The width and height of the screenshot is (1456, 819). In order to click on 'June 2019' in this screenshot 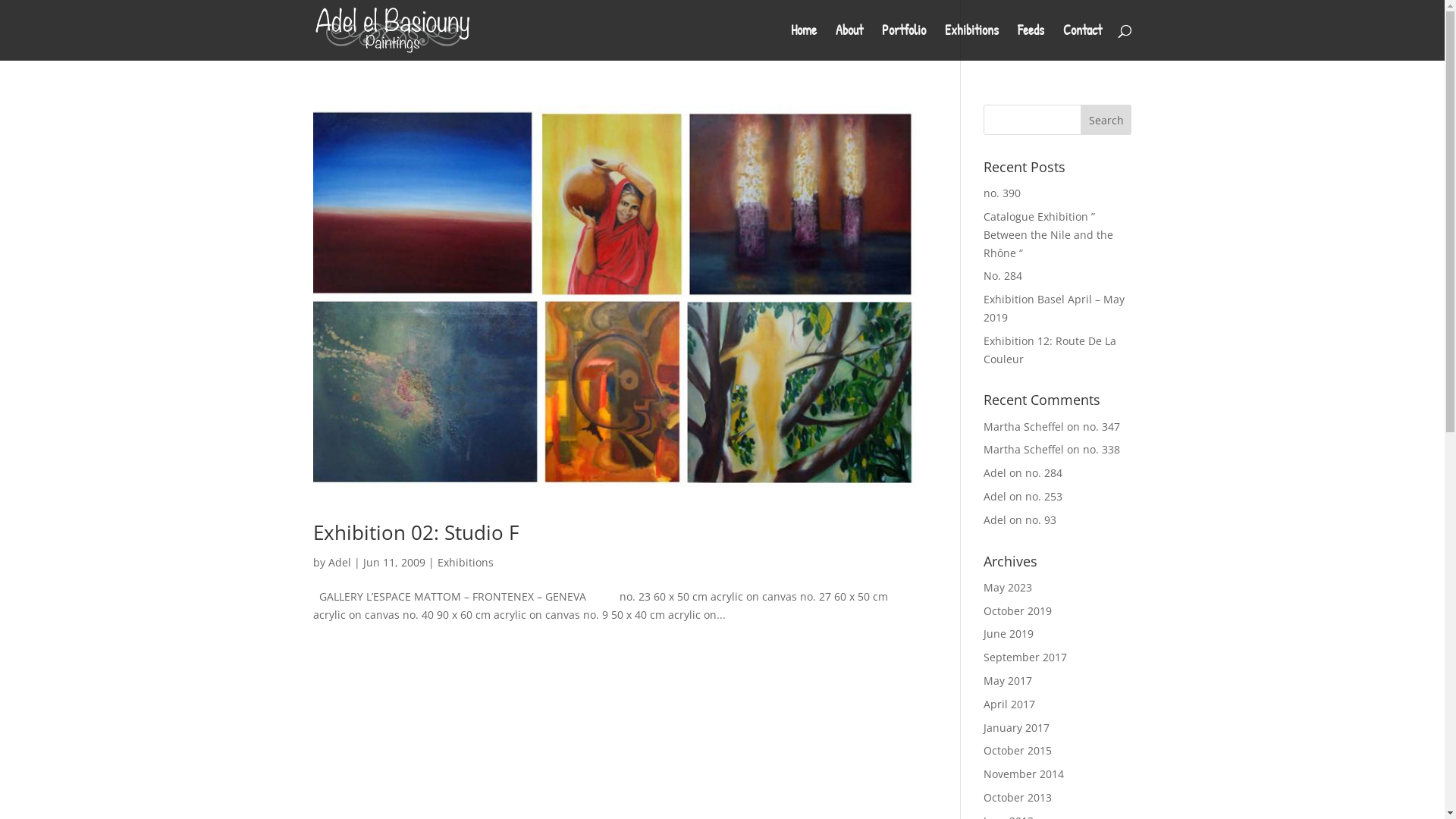, I will do `click(1008, 633)`.